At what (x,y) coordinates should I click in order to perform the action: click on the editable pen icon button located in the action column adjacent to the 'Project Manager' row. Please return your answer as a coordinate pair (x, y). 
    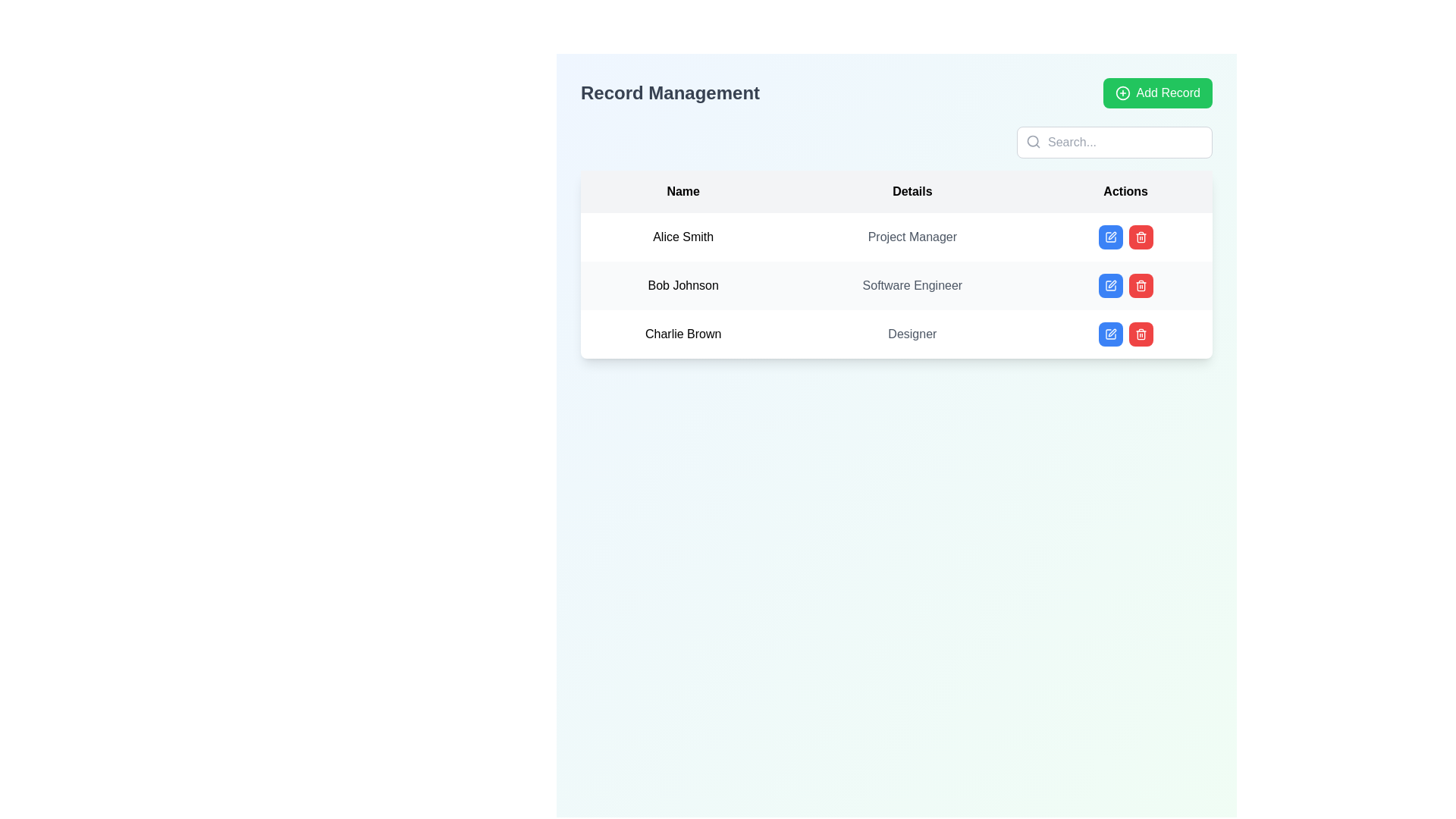
    Looking at the image, I should click on (1110, 237).